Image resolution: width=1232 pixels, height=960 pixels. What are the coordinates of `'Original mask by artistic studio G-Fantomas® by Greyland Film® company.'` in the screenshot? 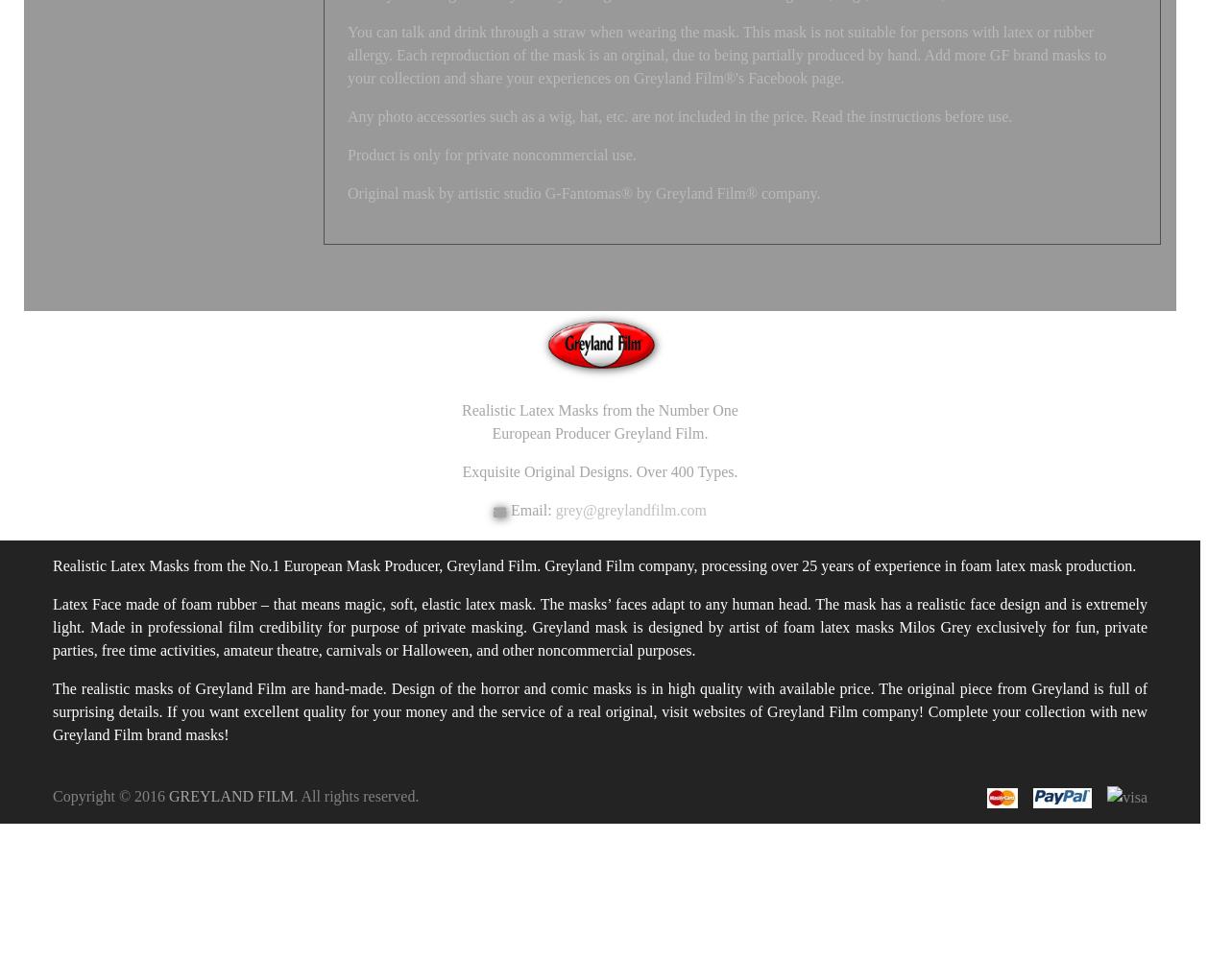 It's located at (348, 192).